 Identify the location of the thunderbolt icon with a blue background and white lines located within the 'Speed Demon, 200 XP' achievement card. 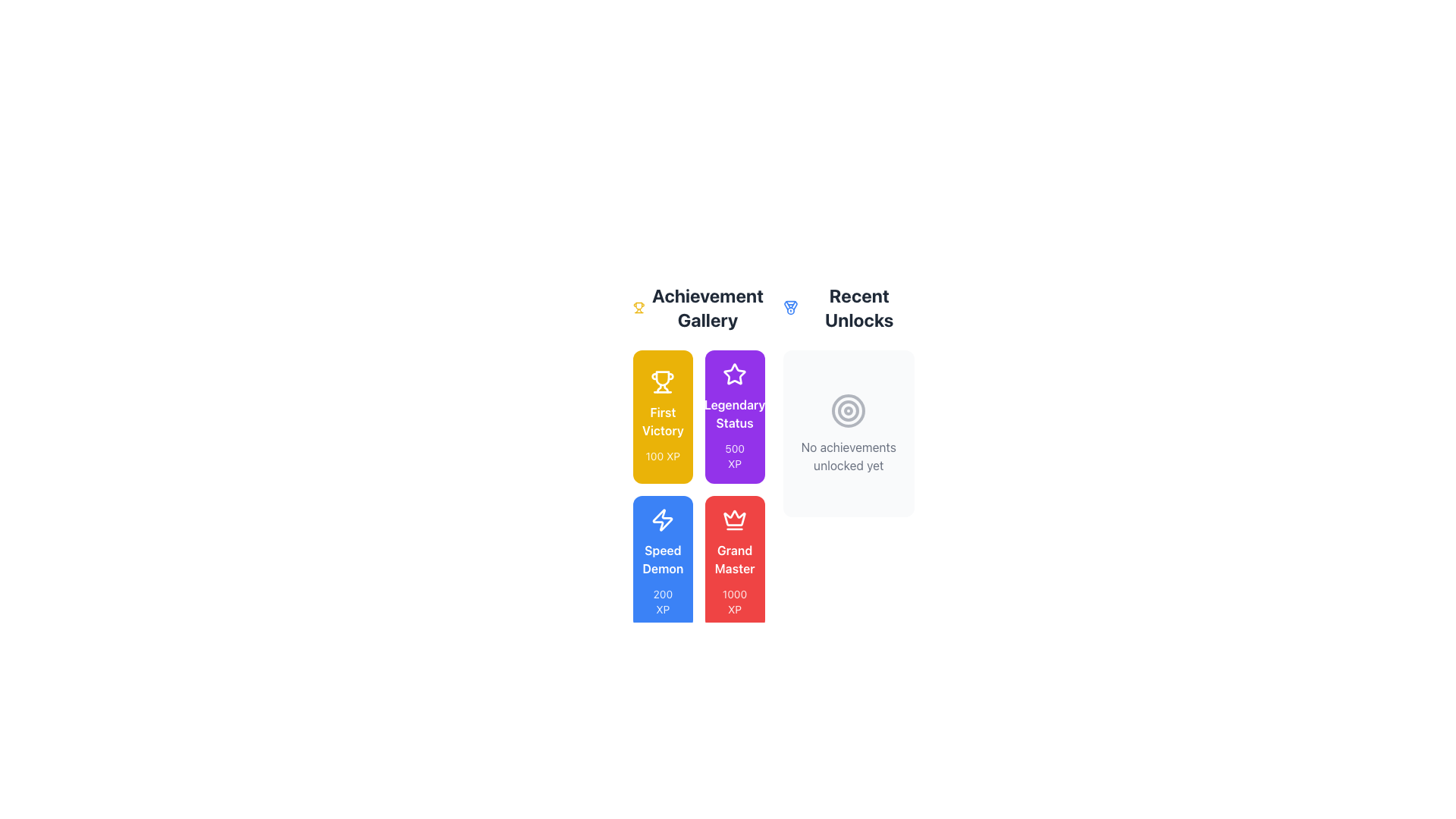
(663, 519).